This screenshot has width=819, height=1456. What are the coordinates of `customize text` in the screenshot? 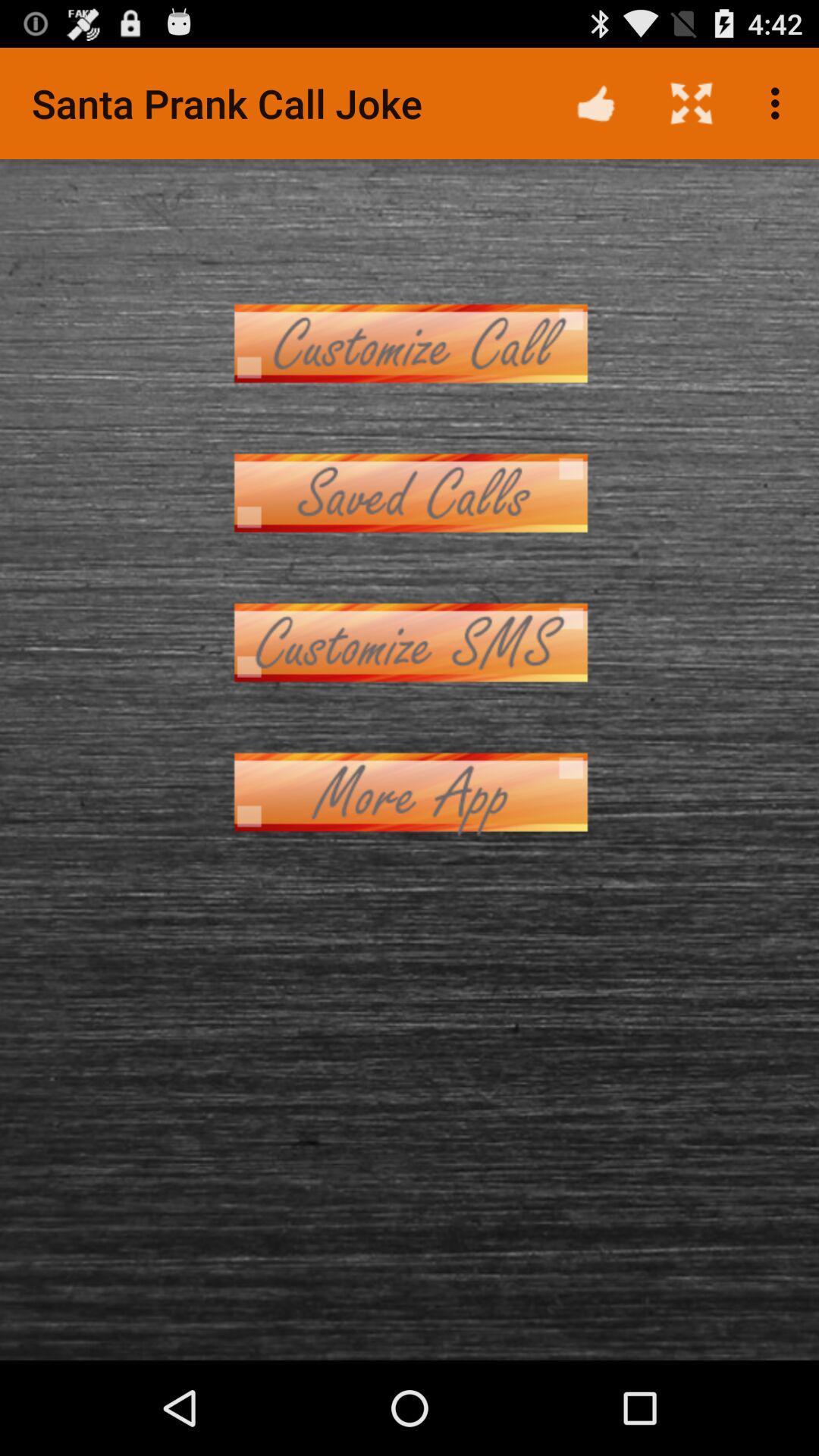 It's located at (409, 642).